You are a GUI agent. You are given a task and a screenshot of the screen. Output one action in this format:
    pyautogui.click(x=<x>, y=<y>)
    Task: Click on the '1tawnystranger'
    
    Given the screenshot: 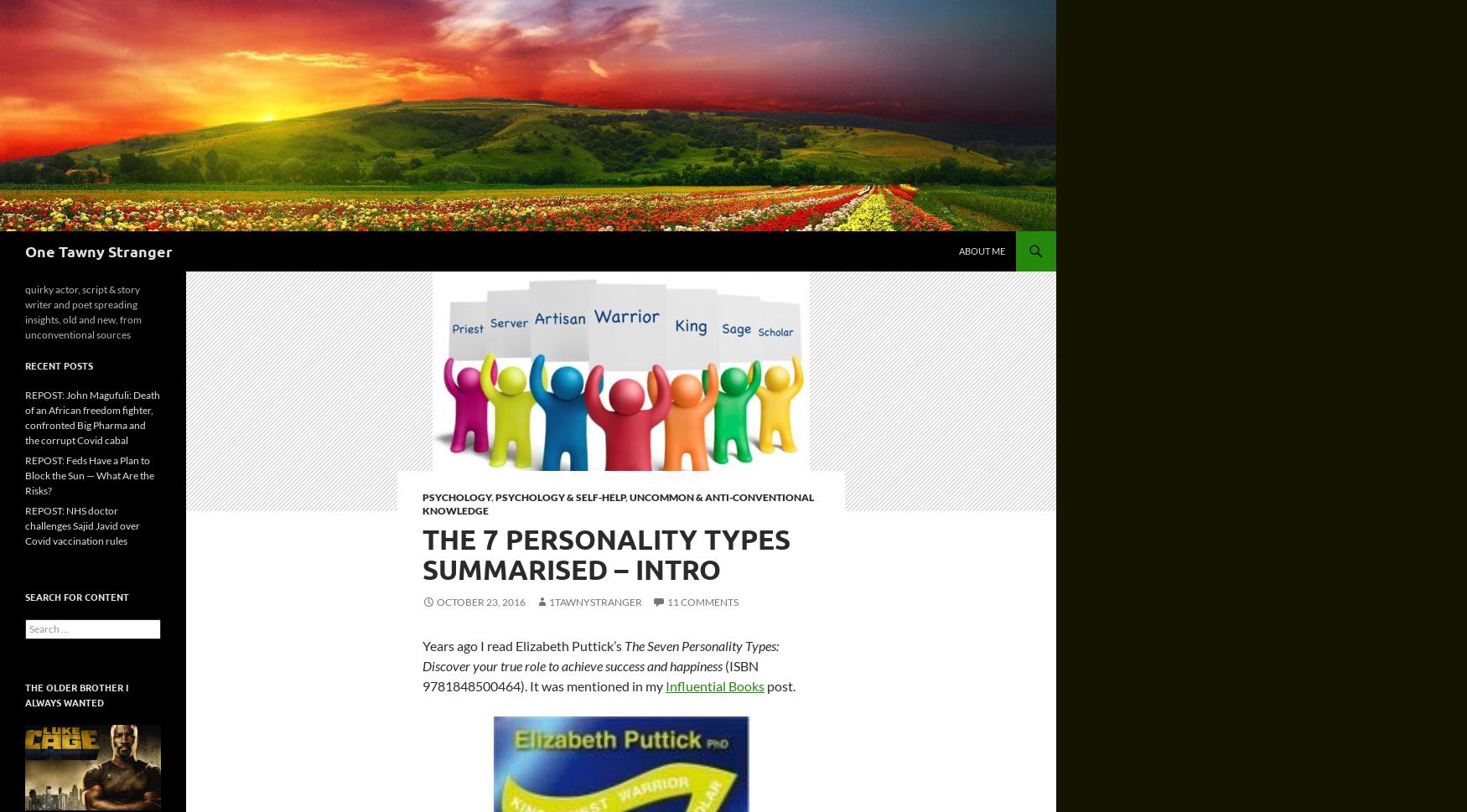 What is the action you would take?
    pyautogui.click(x=595, y=602)
    